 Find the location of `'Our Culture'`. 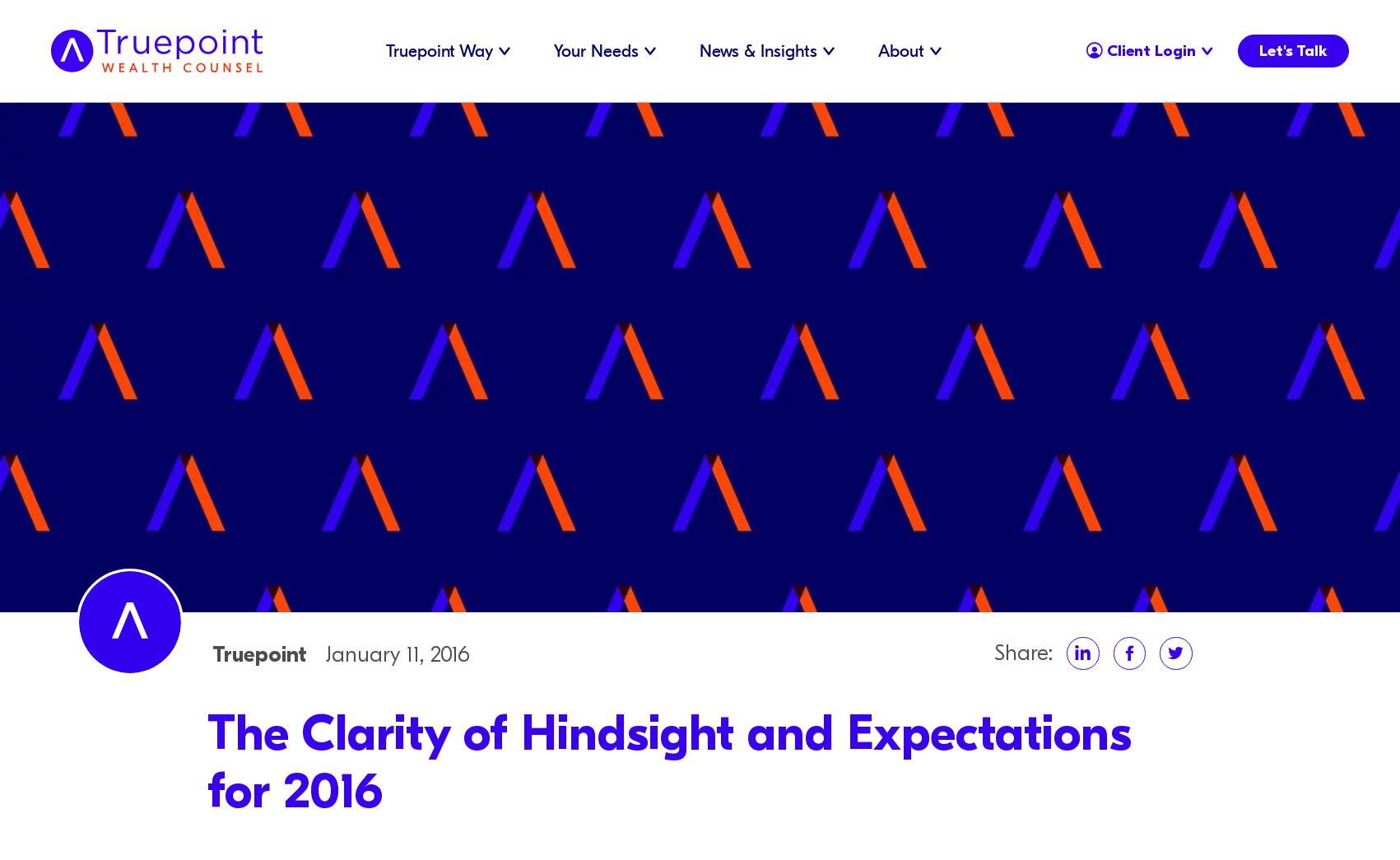

'Our Culture' is located at coordinates (347, 69).